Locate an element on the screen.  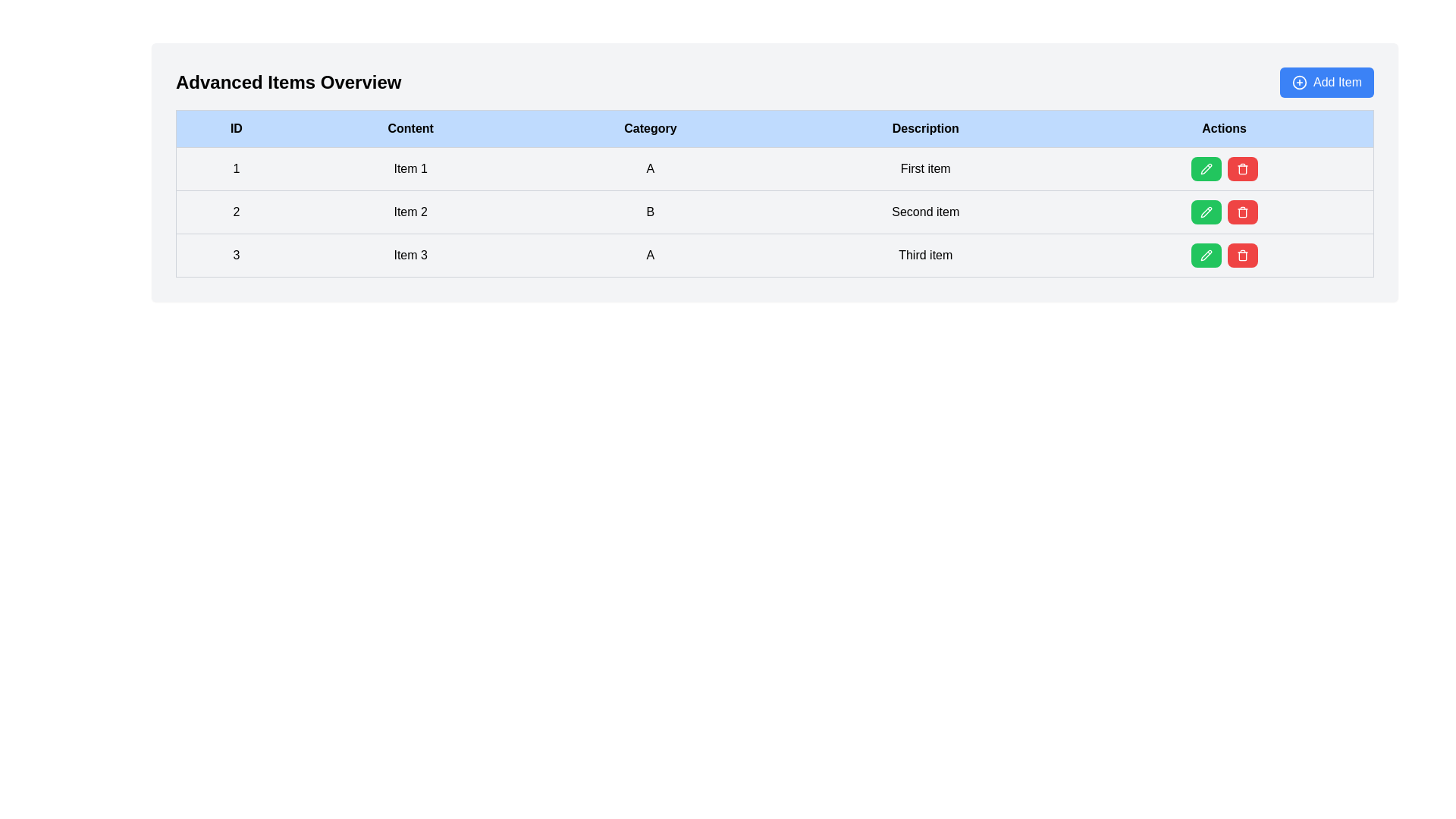
the second segment of the trash icon located in the 'Actions' column of the third row in the table is located at coordinates (1242, 213).